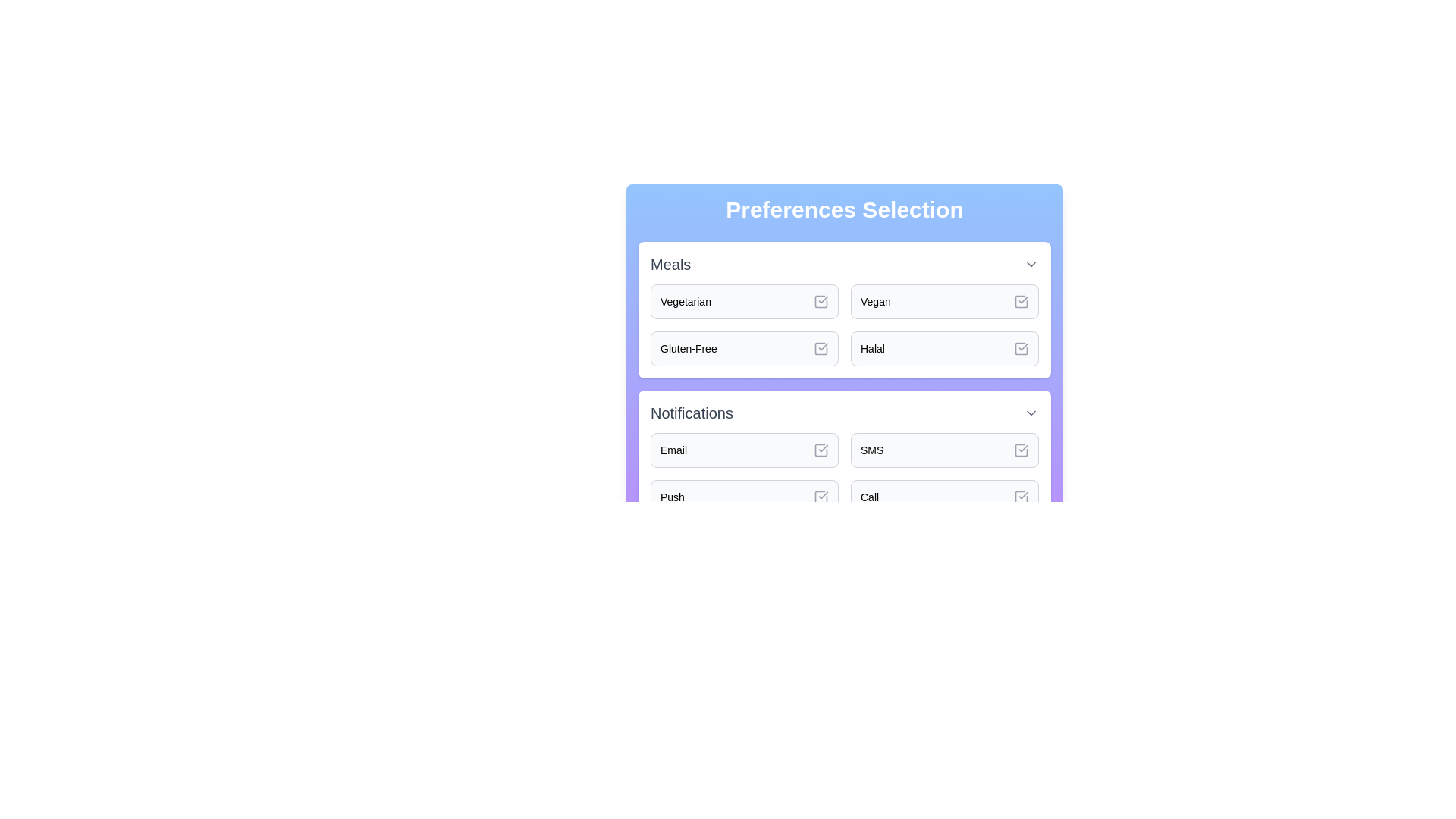 The image size is (1456, 819). What do you see at coordinates (872, 450) in the screenshot?
I see `the 'SMS' text label in the notification preferences section, which denotes the SMS notification option` at bounding box center [872, 450].